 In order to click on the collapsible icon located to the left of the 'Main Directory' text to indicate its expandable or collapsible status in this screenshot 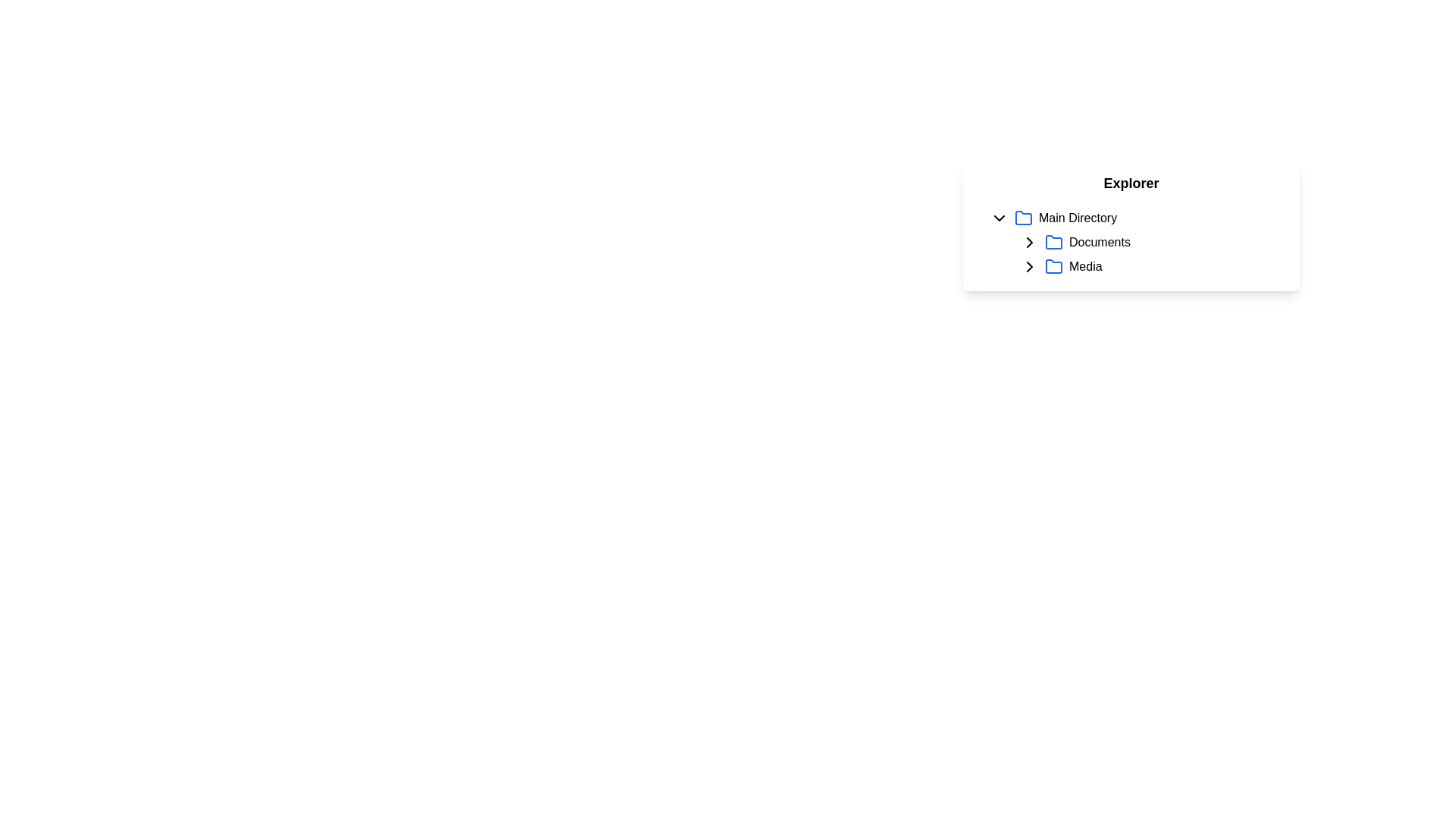, I will do `click(999, 218)`.